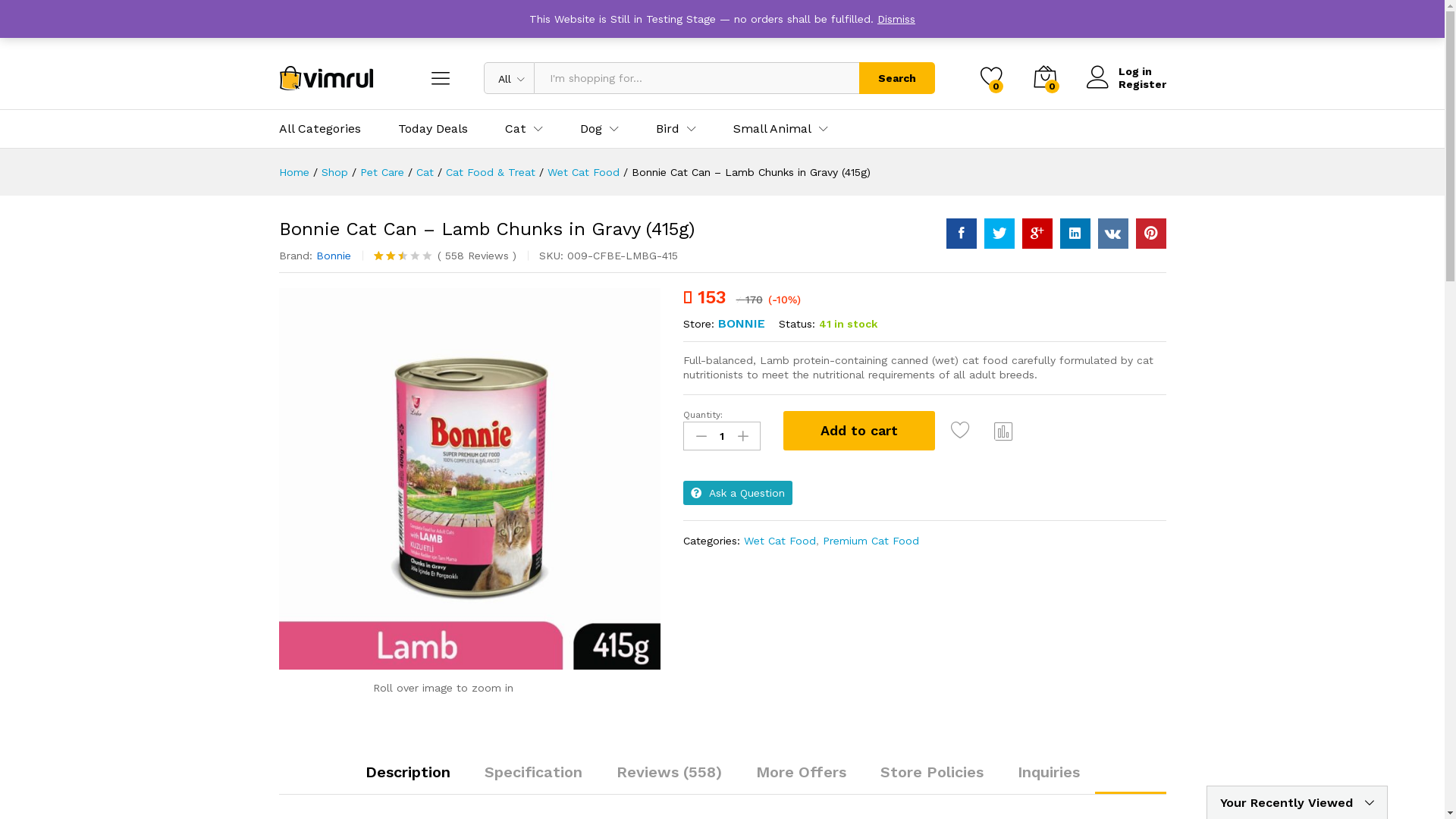 The image size is (1456, 819). I want to click on '( 558 Reviews )', so click(474, 254).